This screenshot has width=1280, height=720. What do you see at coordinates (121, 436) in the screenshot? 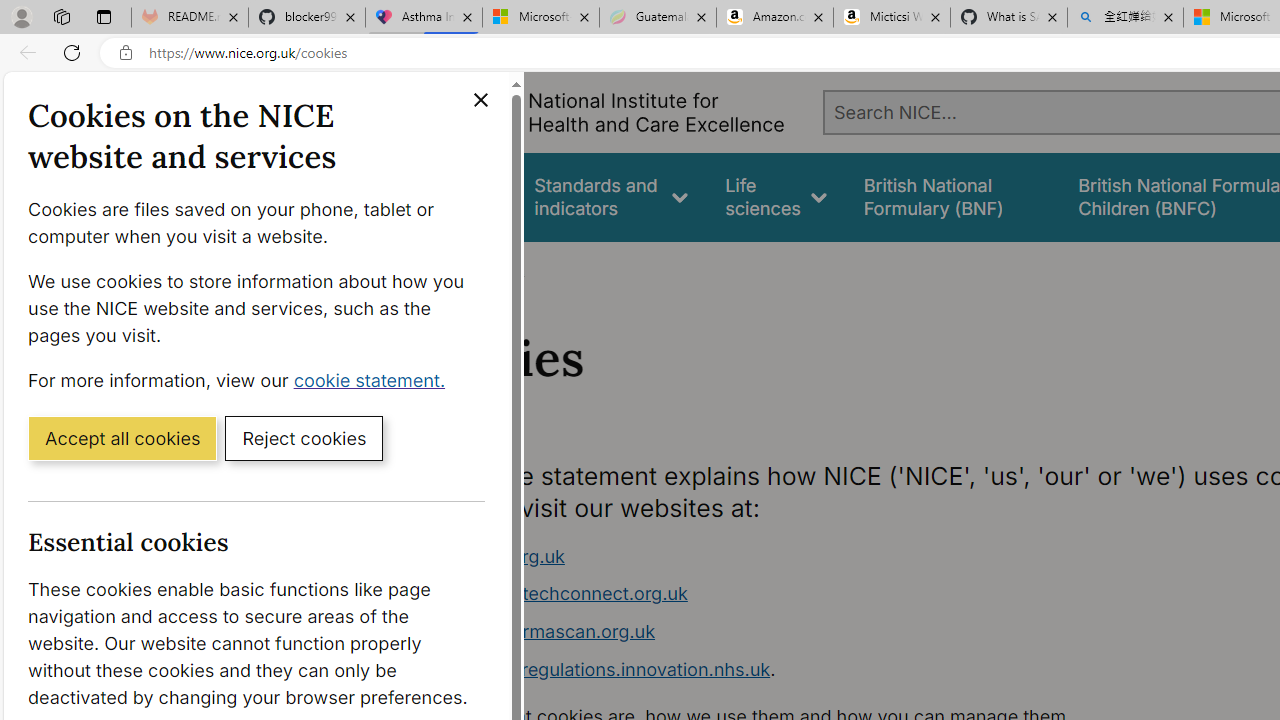
I see `'Accept all cookies'` at bounding box center [121, 436].